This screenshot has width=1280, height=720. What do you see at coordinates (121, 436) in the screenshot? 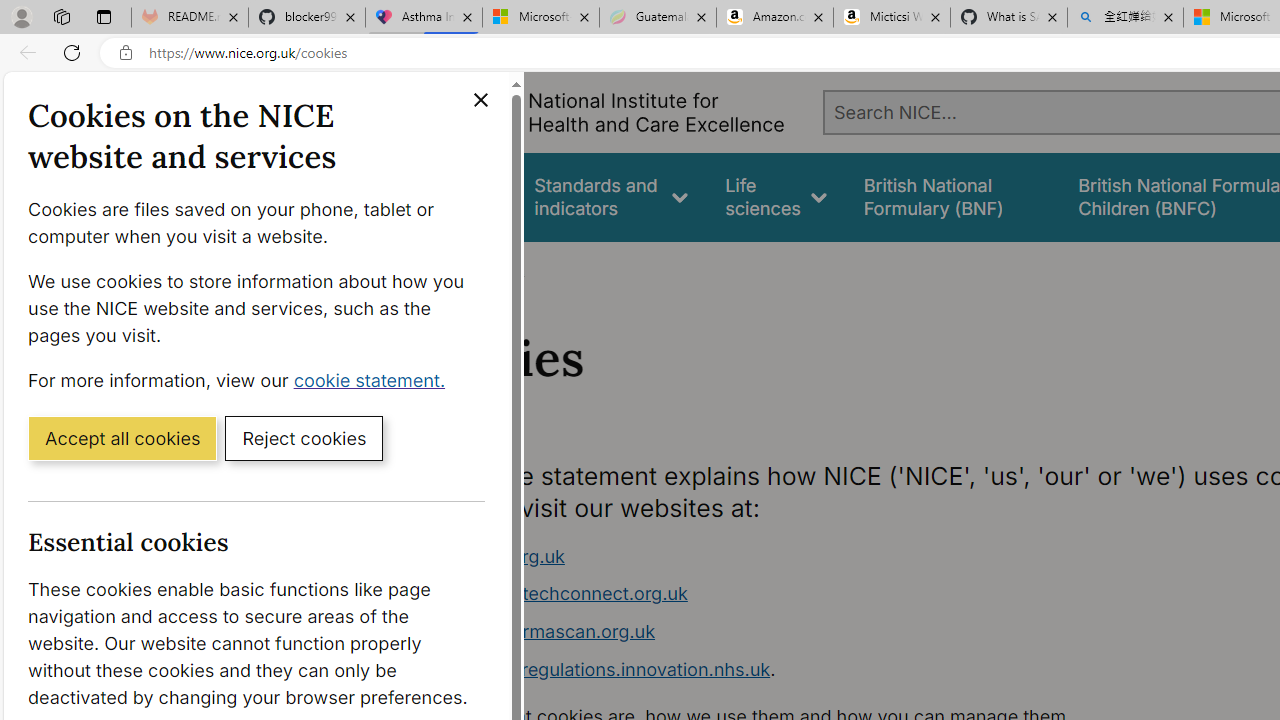
I see `'Accept all cookies'` at bounding box center [121, 436].